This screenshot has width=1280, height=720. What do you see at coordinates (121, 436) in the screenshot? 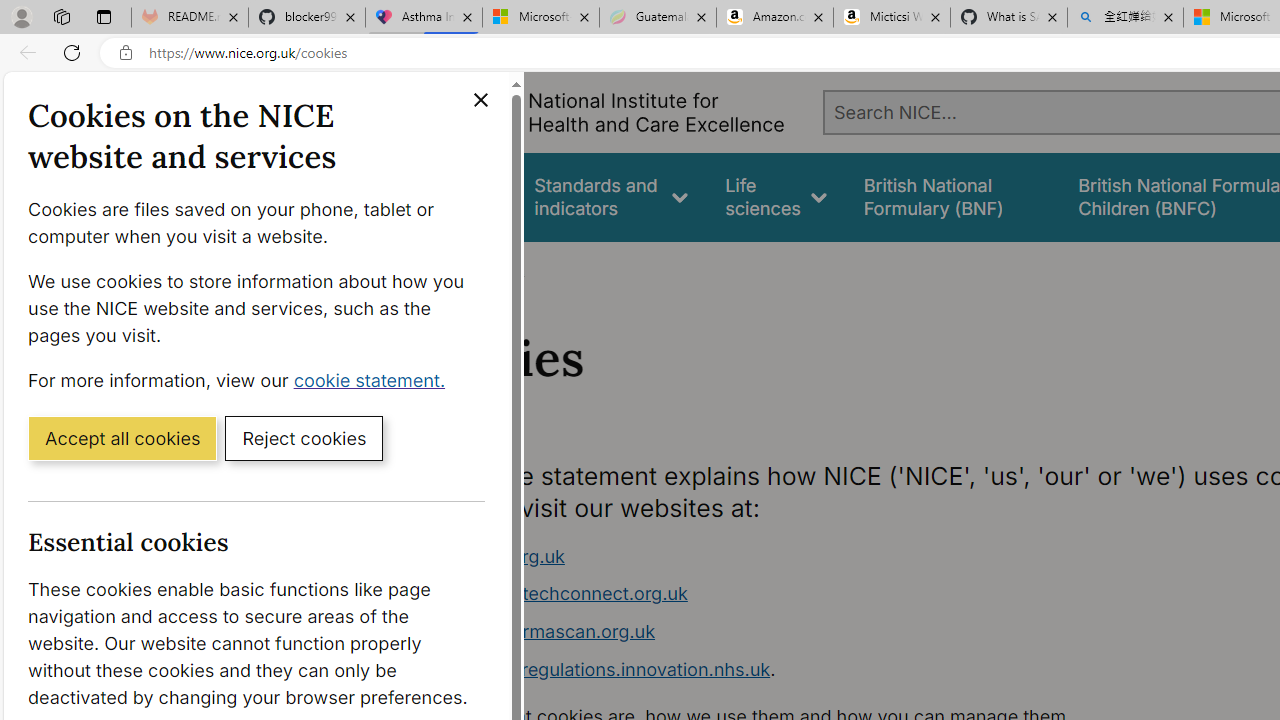
I see `'Accept all cookies'` at bounding box center [121, 436].